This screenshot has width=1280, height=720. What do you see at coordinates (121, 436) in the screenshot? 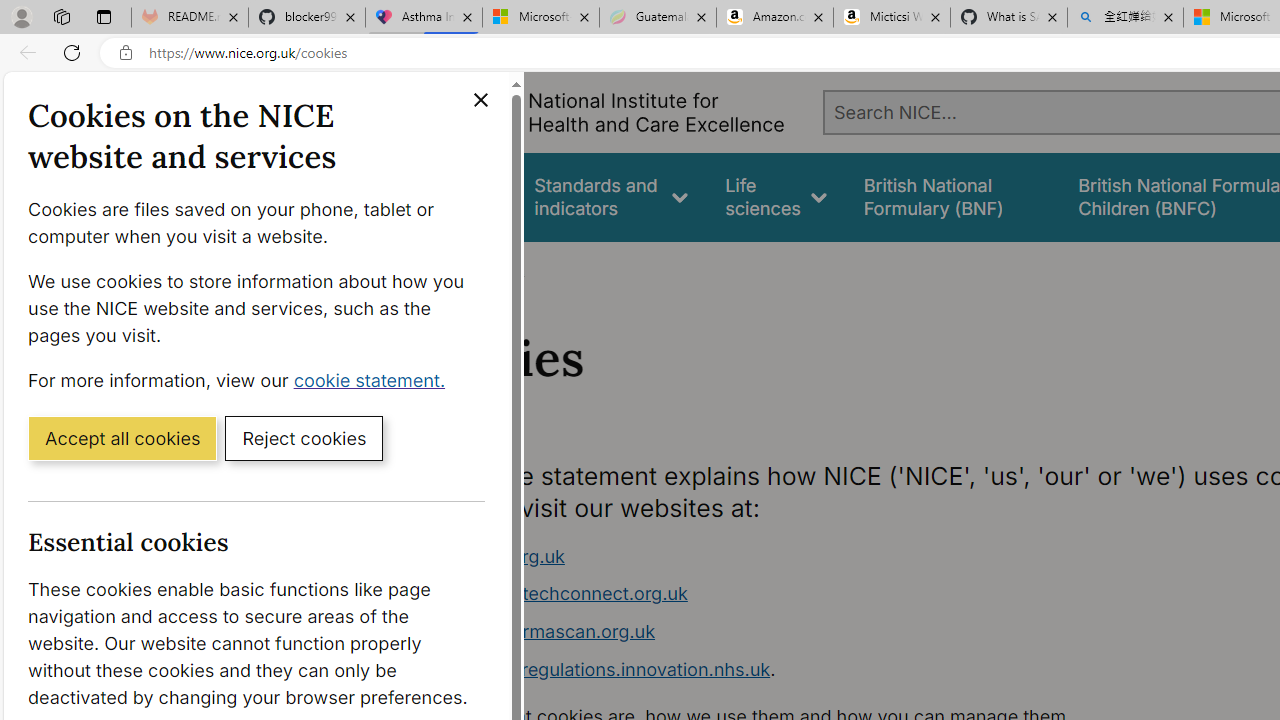
I see `'Accept all cookies'` at bounding box center [121, 436].